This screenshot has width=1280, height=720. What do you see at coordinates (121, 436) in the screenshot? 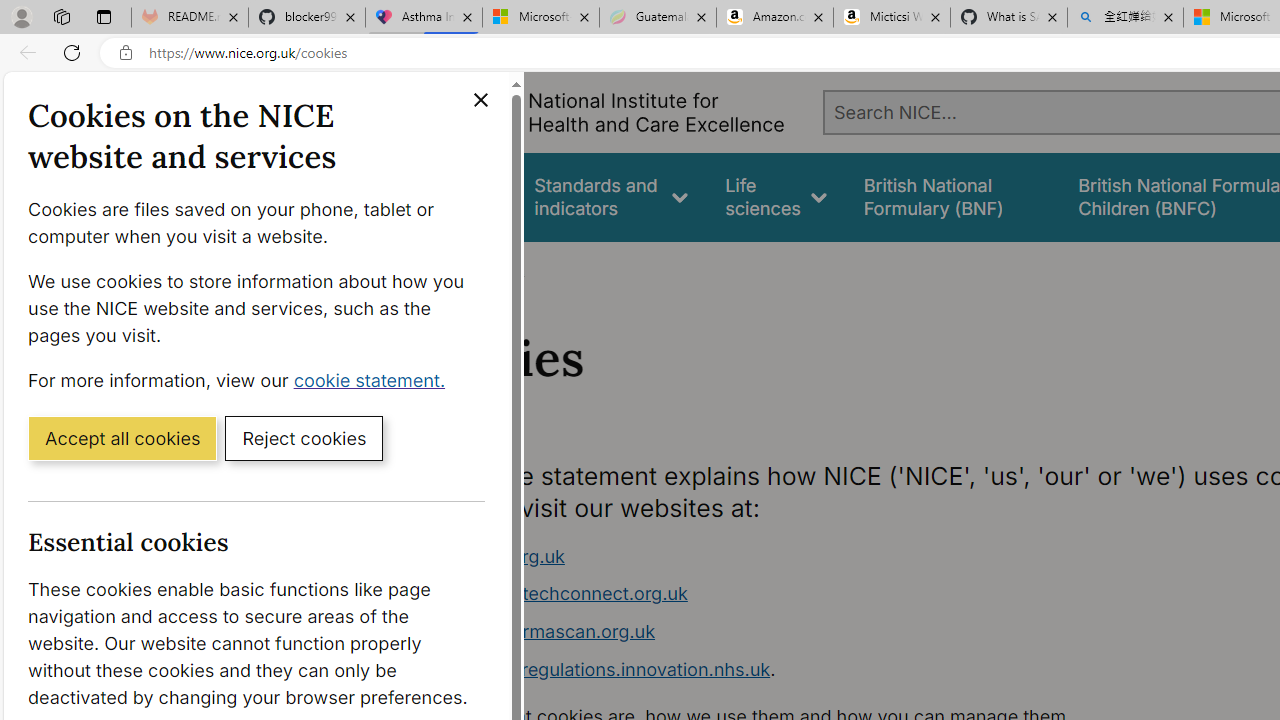
I see `'Accept all cookies'` at bounding box center [121, 436].